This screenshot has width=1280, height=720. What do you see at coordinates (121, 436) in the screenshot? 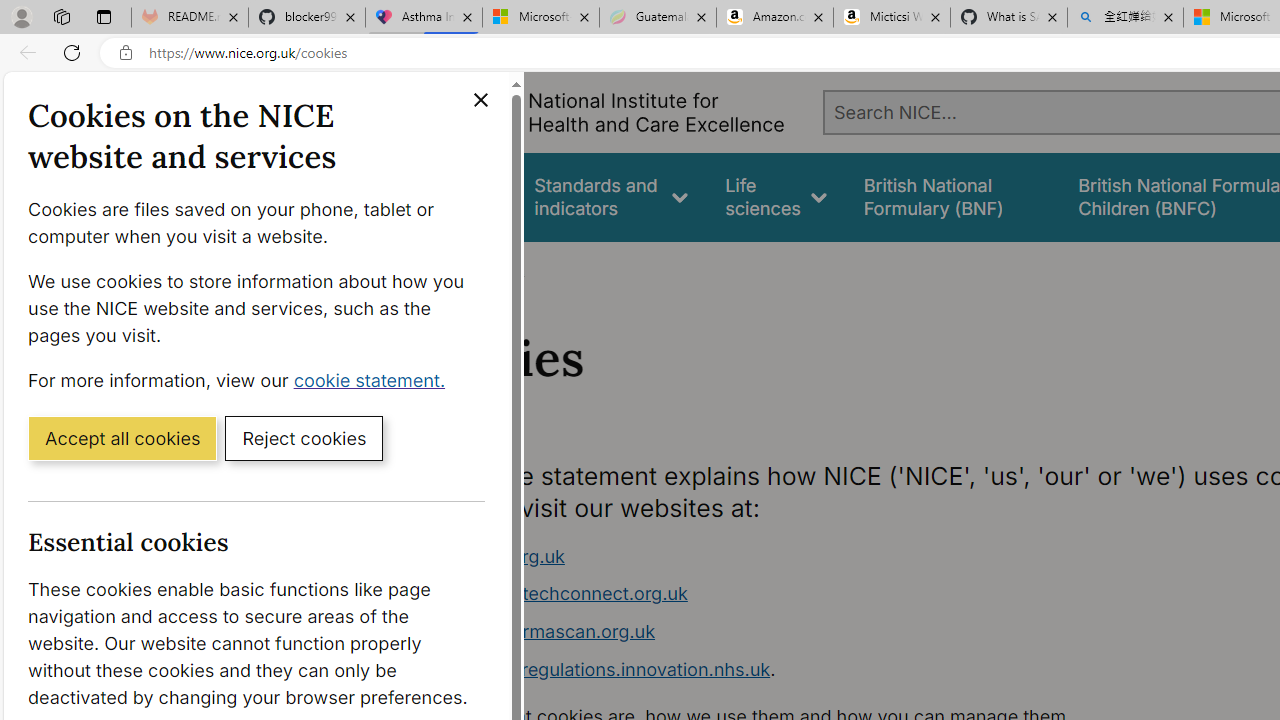
I see `'Accept all cookies'` at bounding box center [121, 436].